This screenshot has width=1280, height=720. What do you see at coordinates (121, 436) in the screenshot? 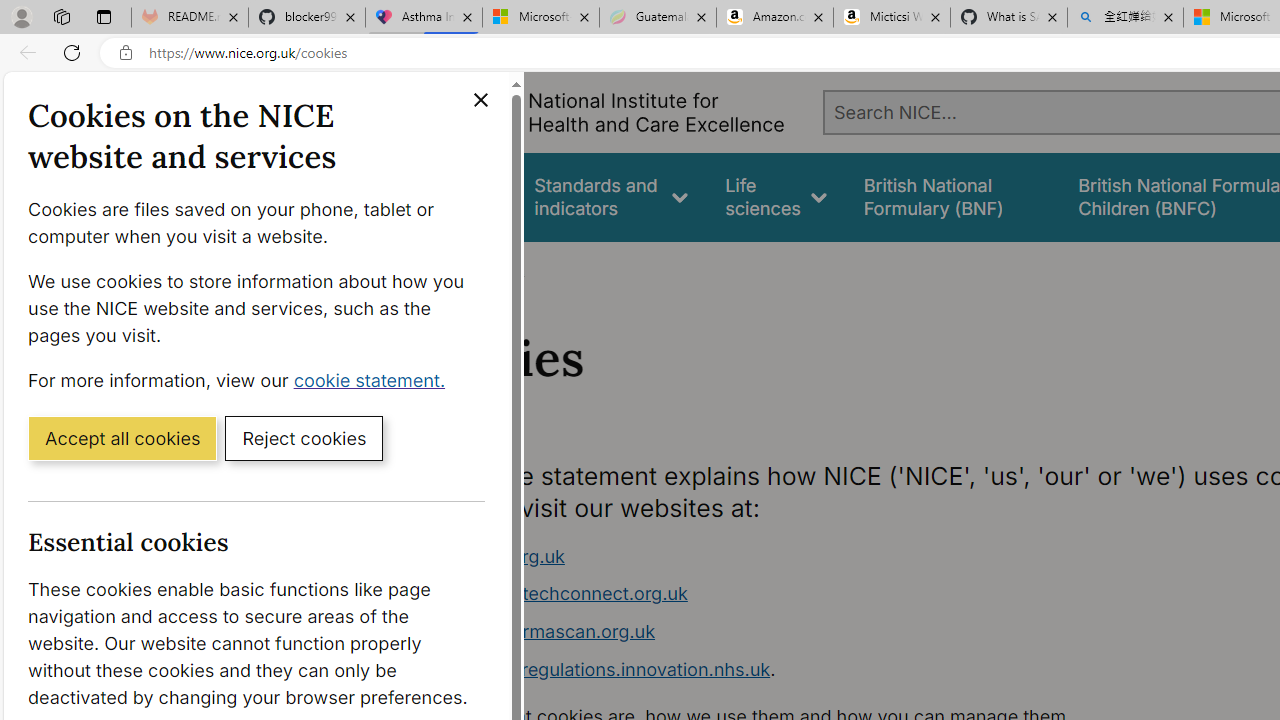
I see `'Accept all cookies'` at bounding box center [121, 436].